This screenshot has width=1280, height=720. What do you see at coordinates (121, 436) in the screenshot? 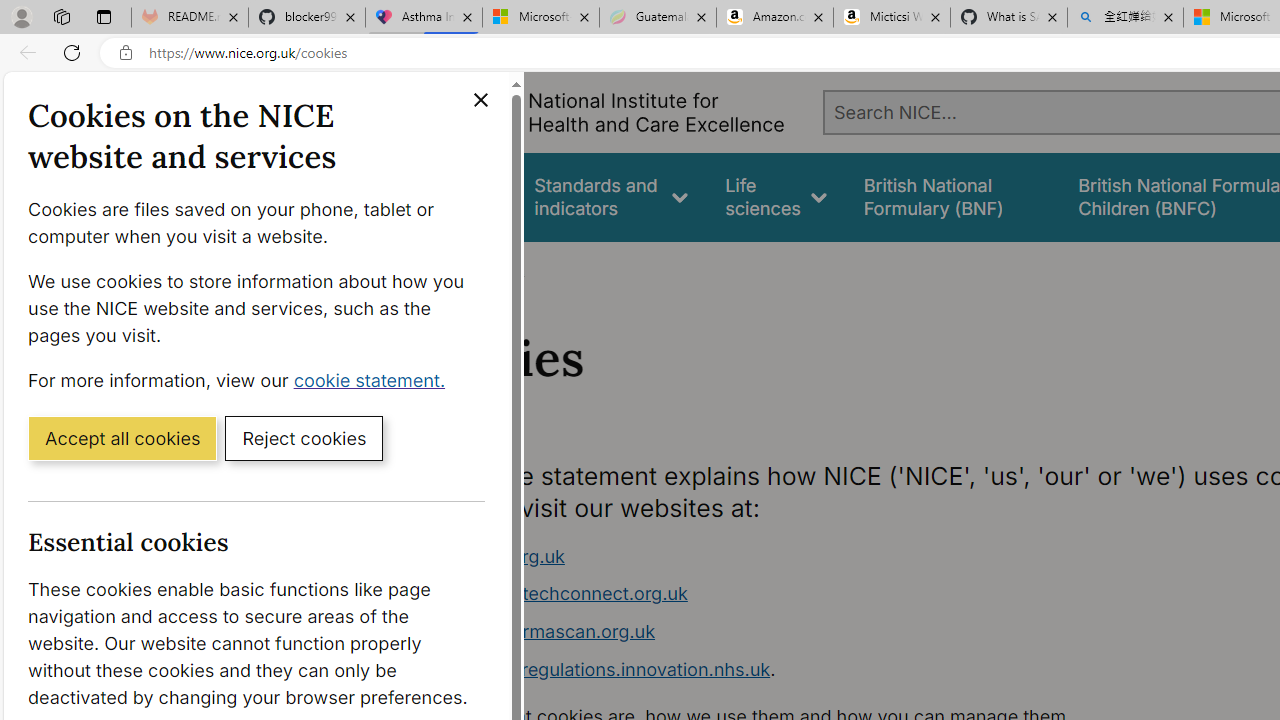
I see `'Accept all cookies'` at bounding box center [121, 436].